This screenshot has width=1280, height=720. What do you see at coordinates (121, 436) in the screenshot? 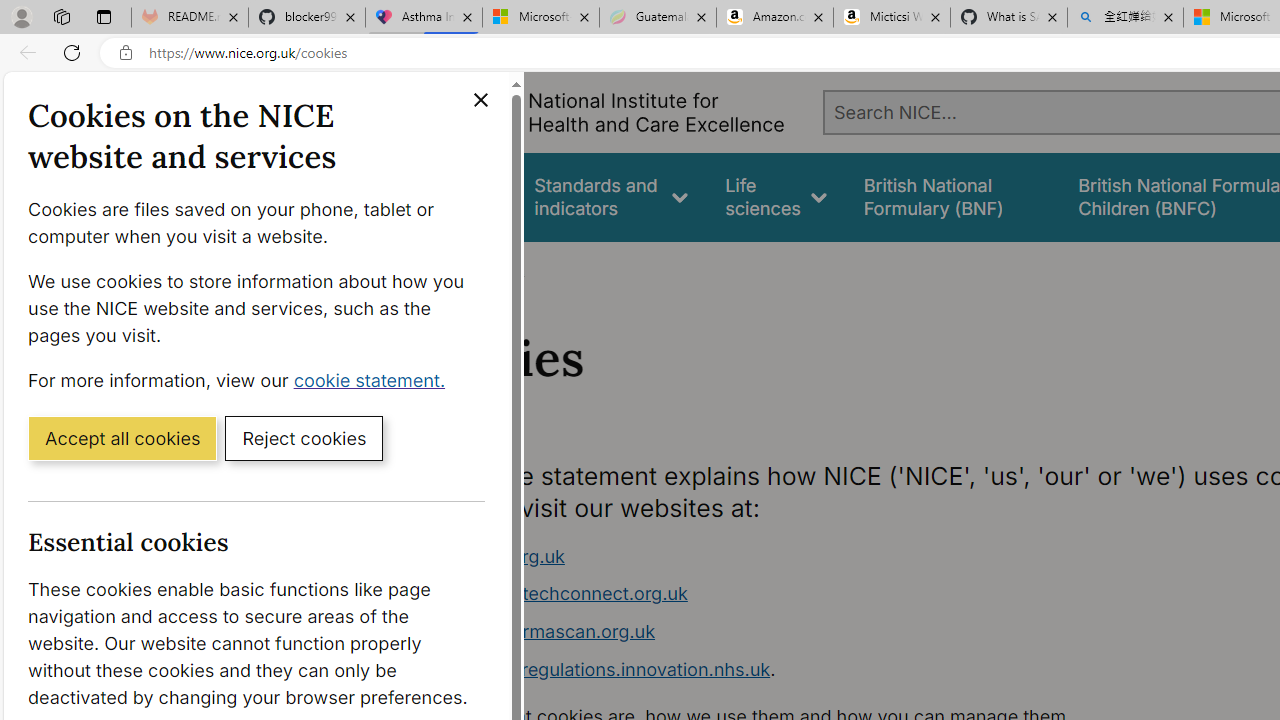
I see `'Accept all cookies'` at bounding box center [121, 436].